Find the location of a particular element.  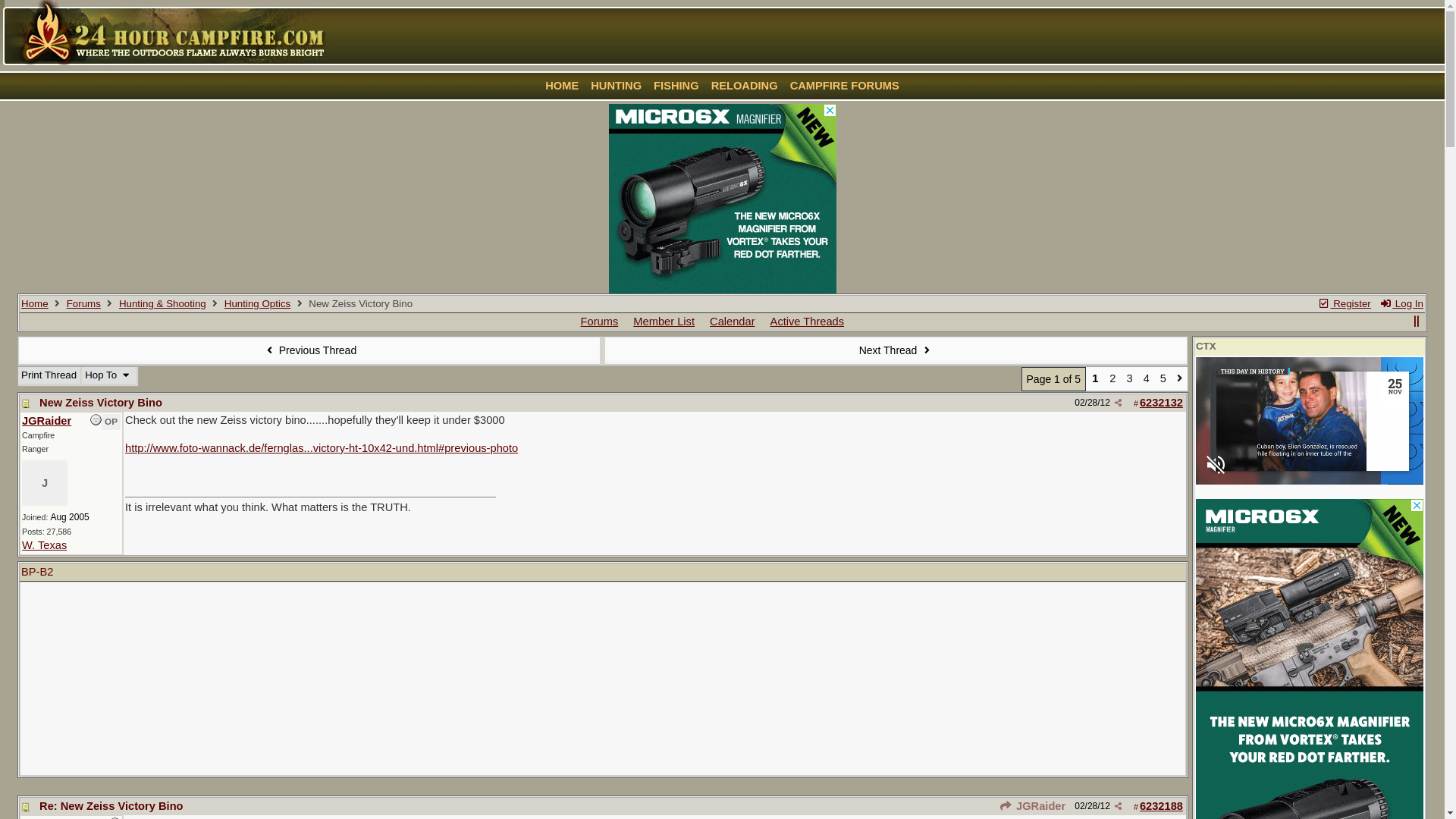

'HUNTING' is located at coordinates (585, 85).